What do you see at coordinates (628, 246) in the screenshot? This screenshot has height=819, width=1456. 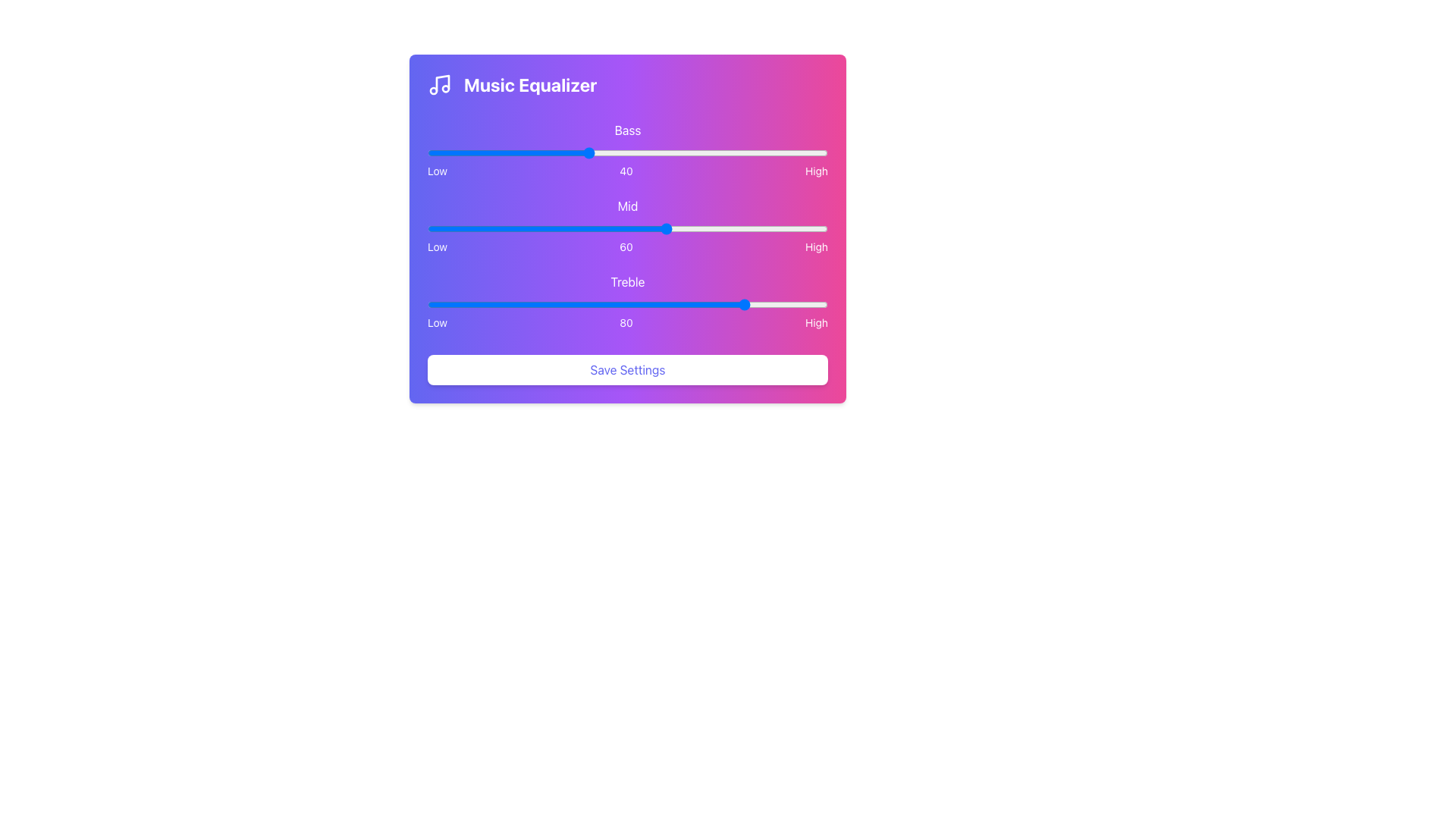 I see `the Text Label Group that consists of three labels: 'Low', '60', and 'High', which is positioned below the 'Mid' slider in the 'Music Equalizer' interface` at bounding box center [628, 246].